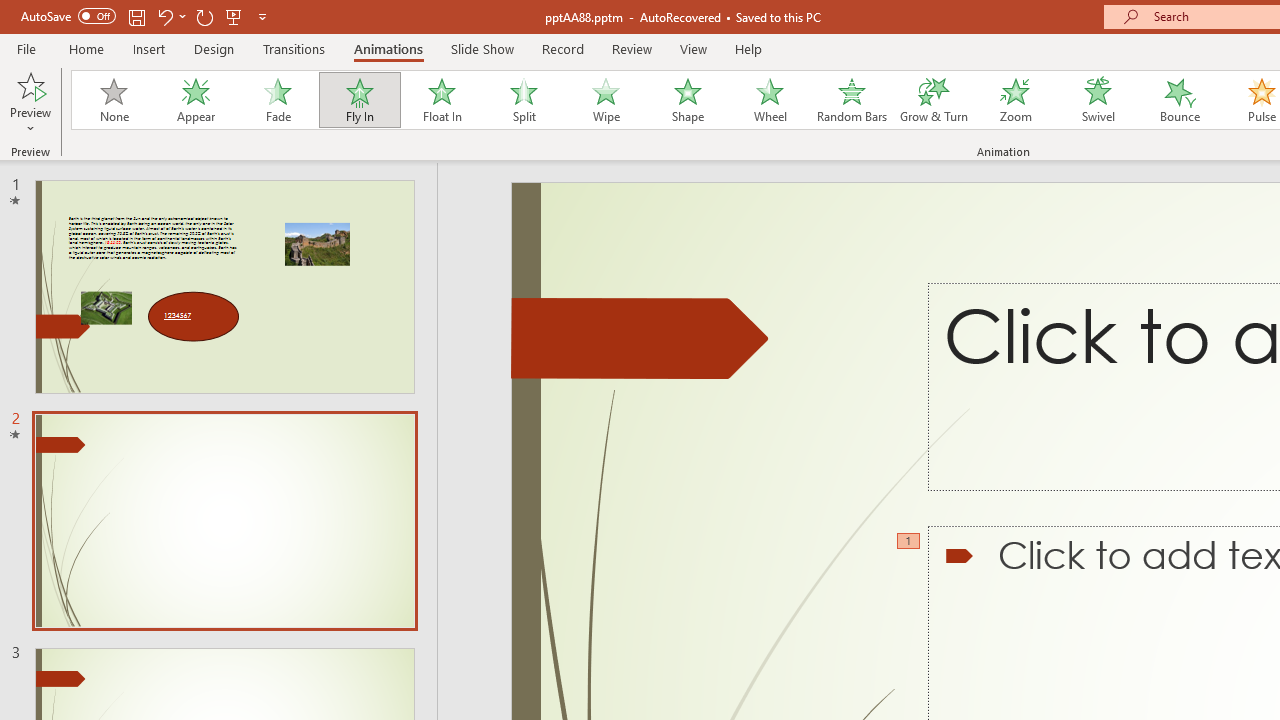  I want to click on 'Appear', so click(195, 100).